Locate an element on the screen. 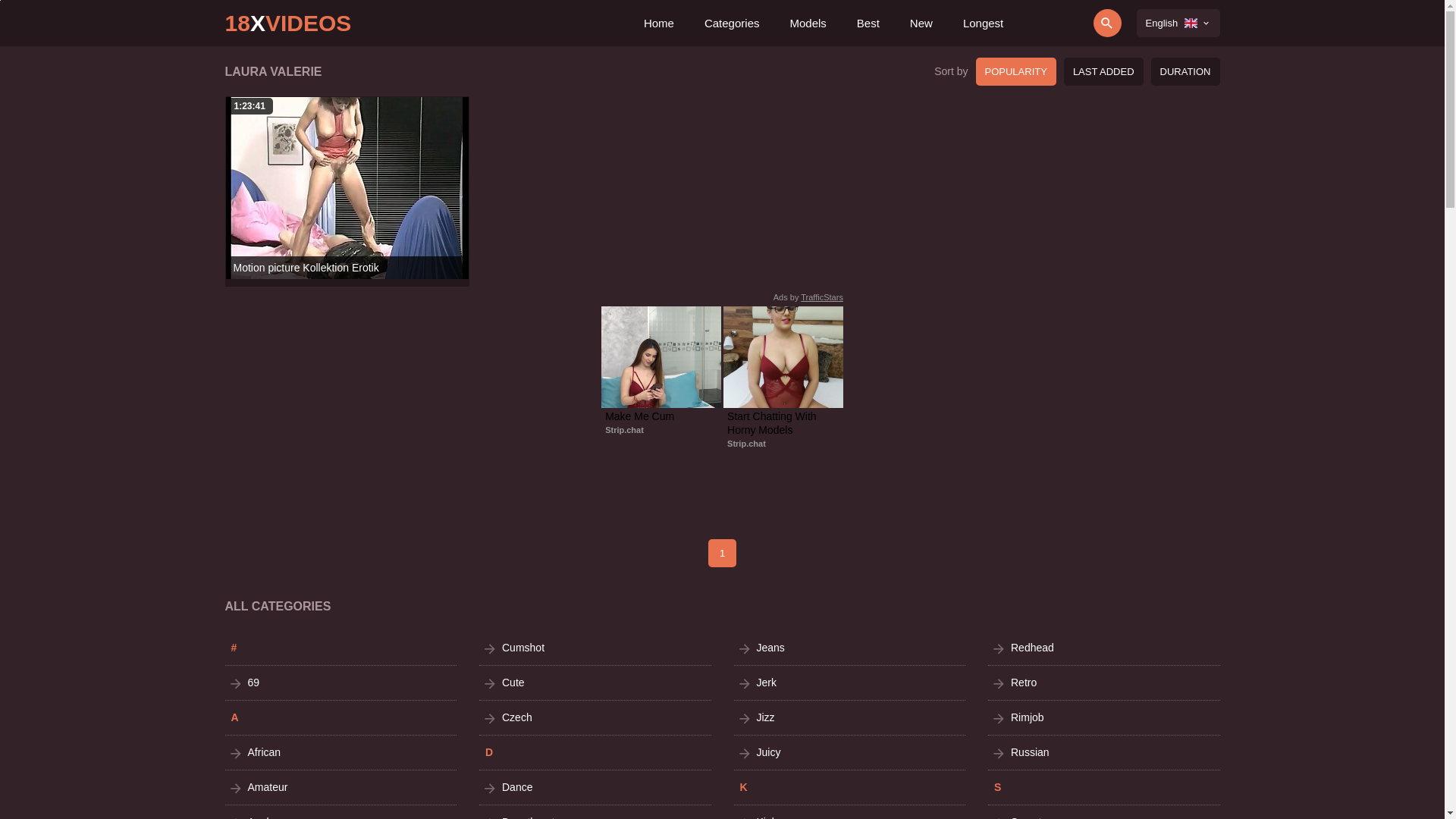  'Rimjob' is located at coordinates (1103, 717).